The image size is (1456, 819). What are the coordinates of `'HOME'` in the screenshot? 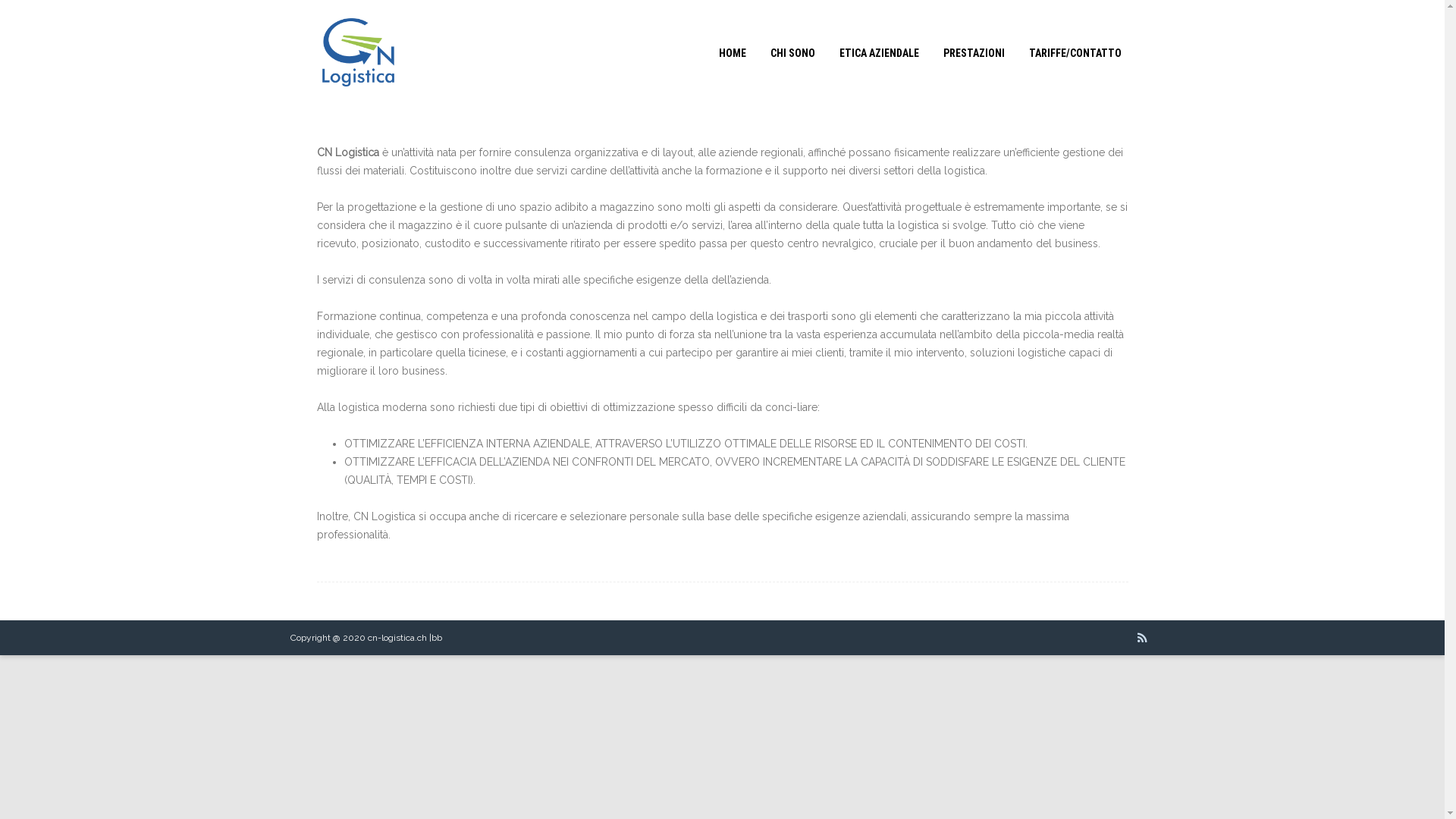 It's located at (731, 52).